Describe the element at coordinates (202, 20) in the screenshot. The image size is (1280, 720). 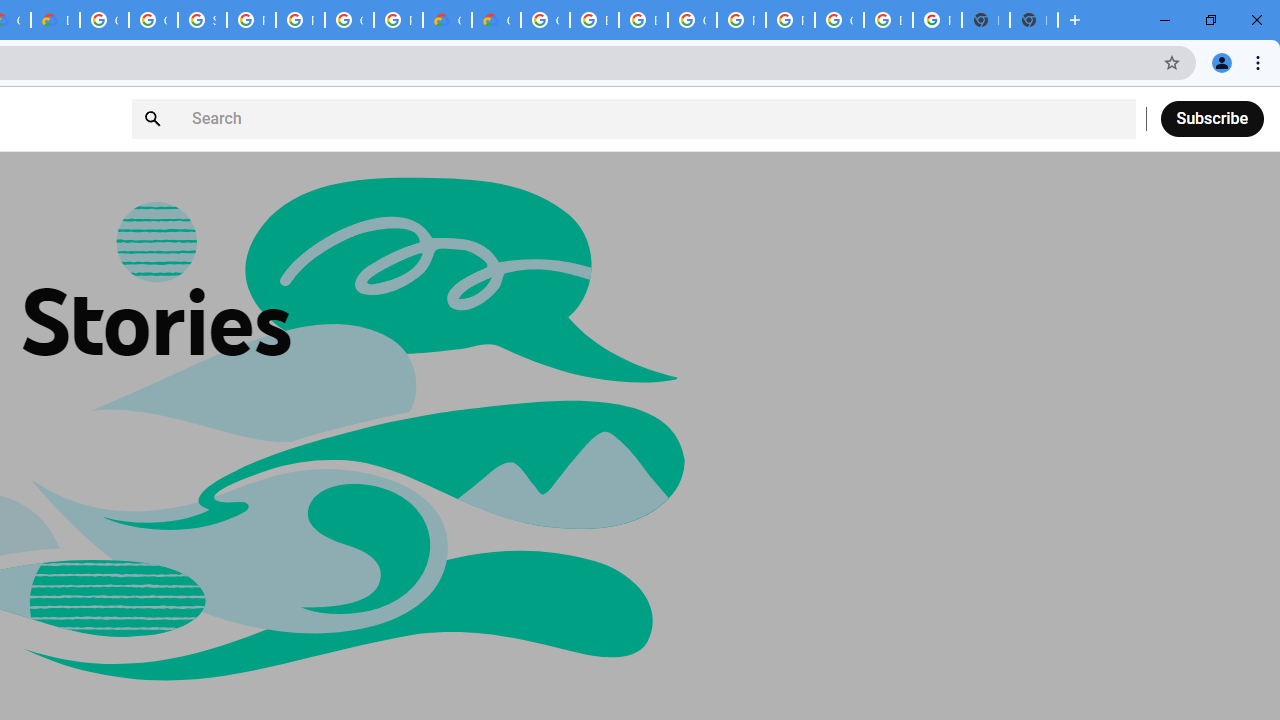
I see `'Sign in - Google Accounts'` at that location.